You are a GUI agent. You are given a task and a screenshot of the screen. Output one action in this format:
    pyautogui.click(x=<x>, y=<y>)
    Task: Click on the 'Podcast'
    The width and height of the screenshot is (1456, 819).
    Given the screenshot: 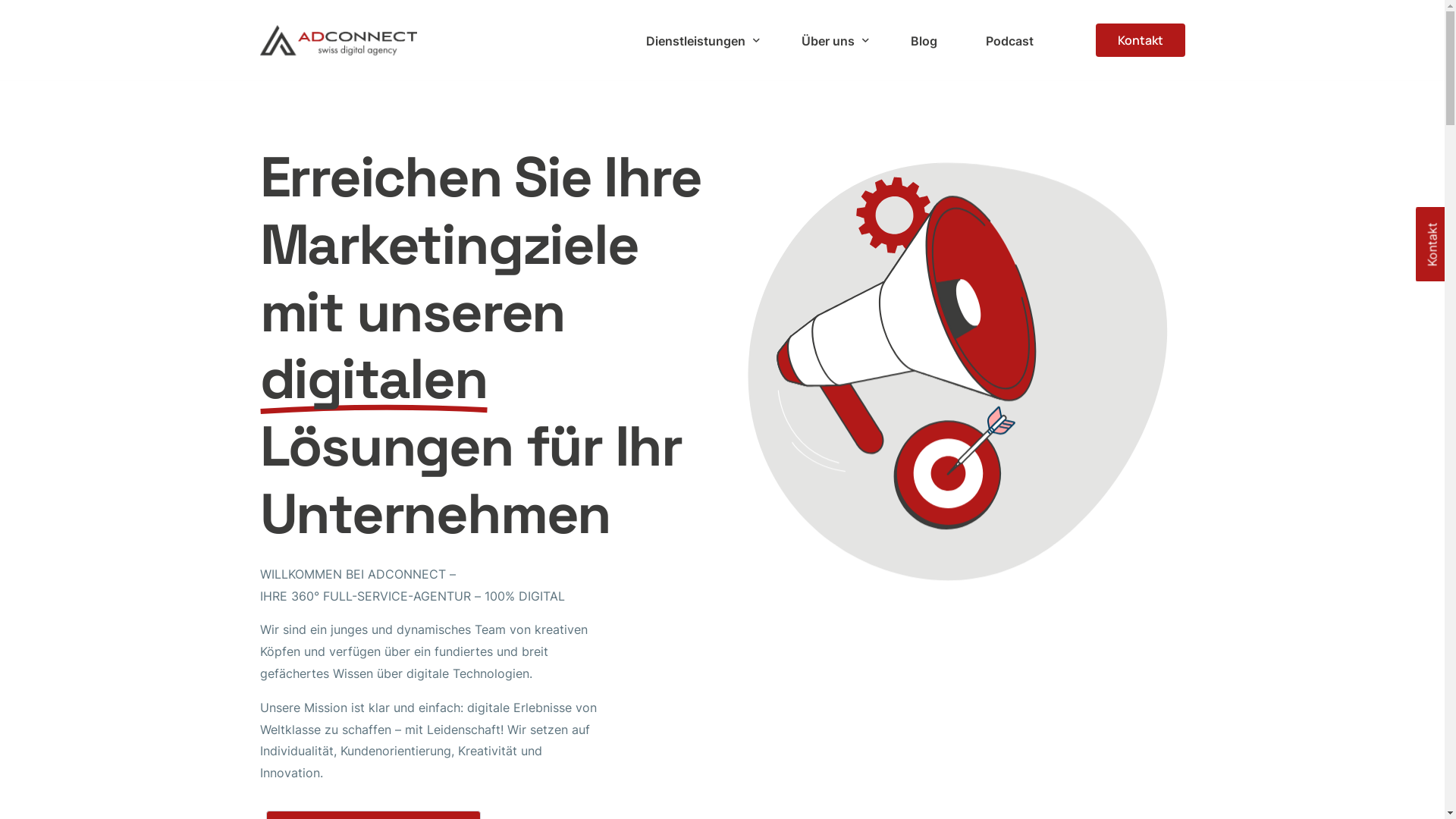 What is the action you would take?
    pyautogui.click(x=1009, y=39)
    